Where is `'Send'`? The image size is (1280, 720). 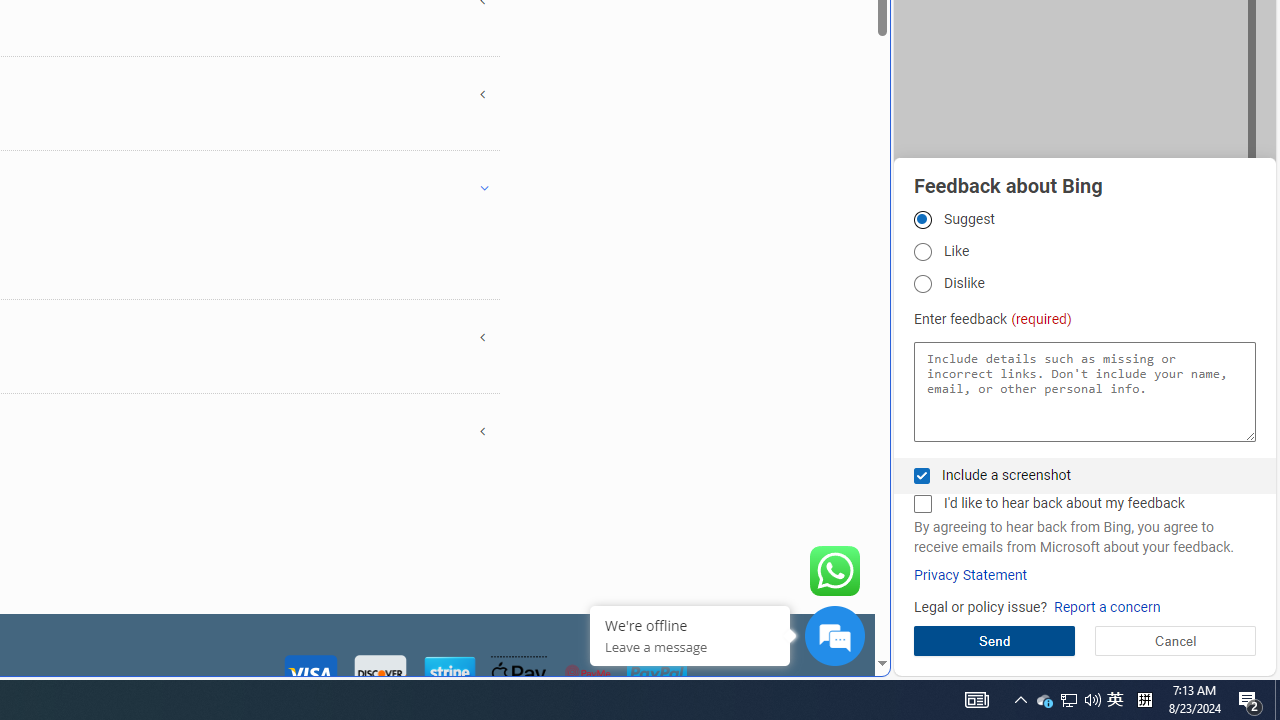 'Send' is located at coordinates (994, 640).